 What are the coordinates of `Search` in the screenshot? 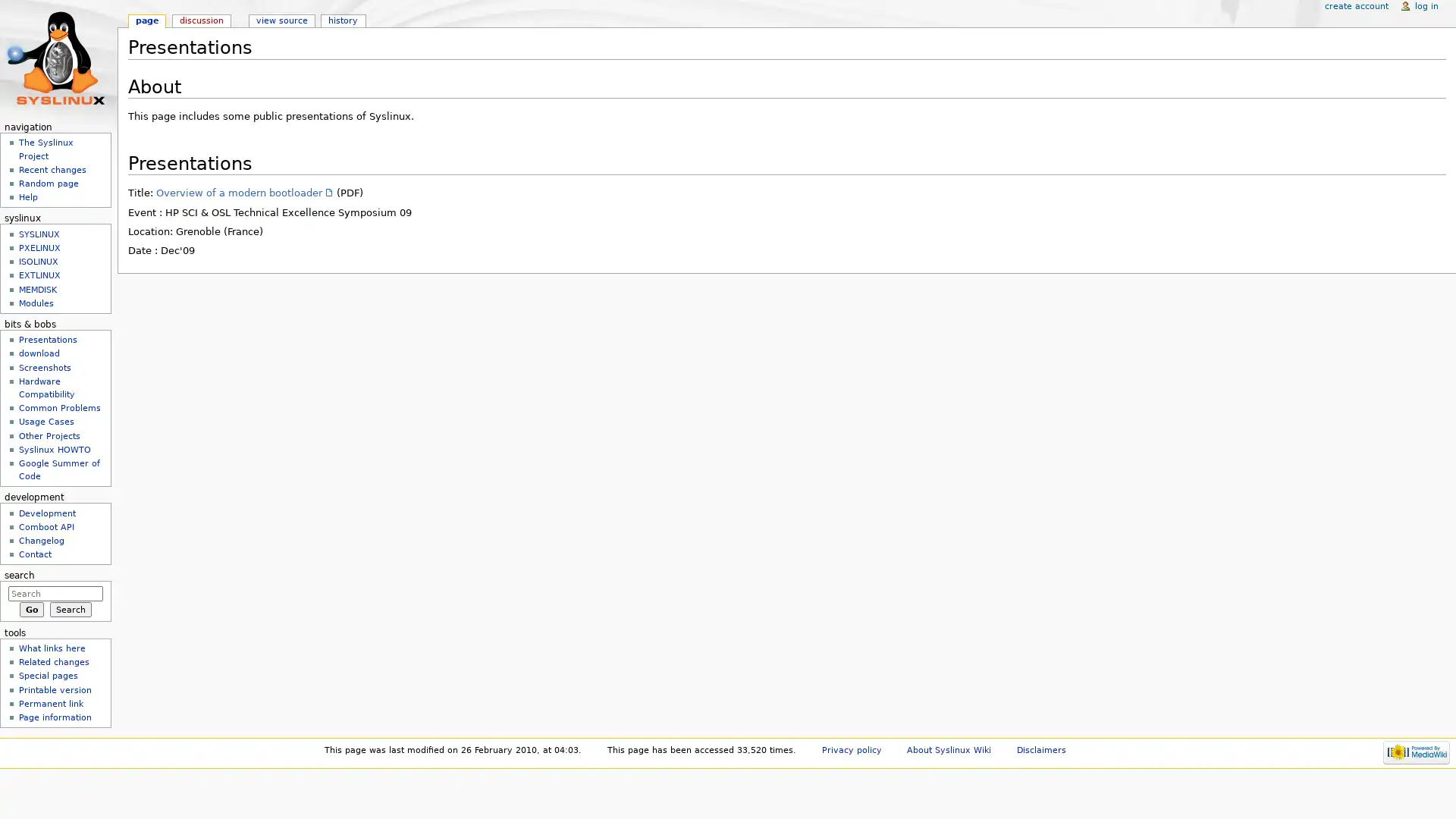 It's located at (70, 608).